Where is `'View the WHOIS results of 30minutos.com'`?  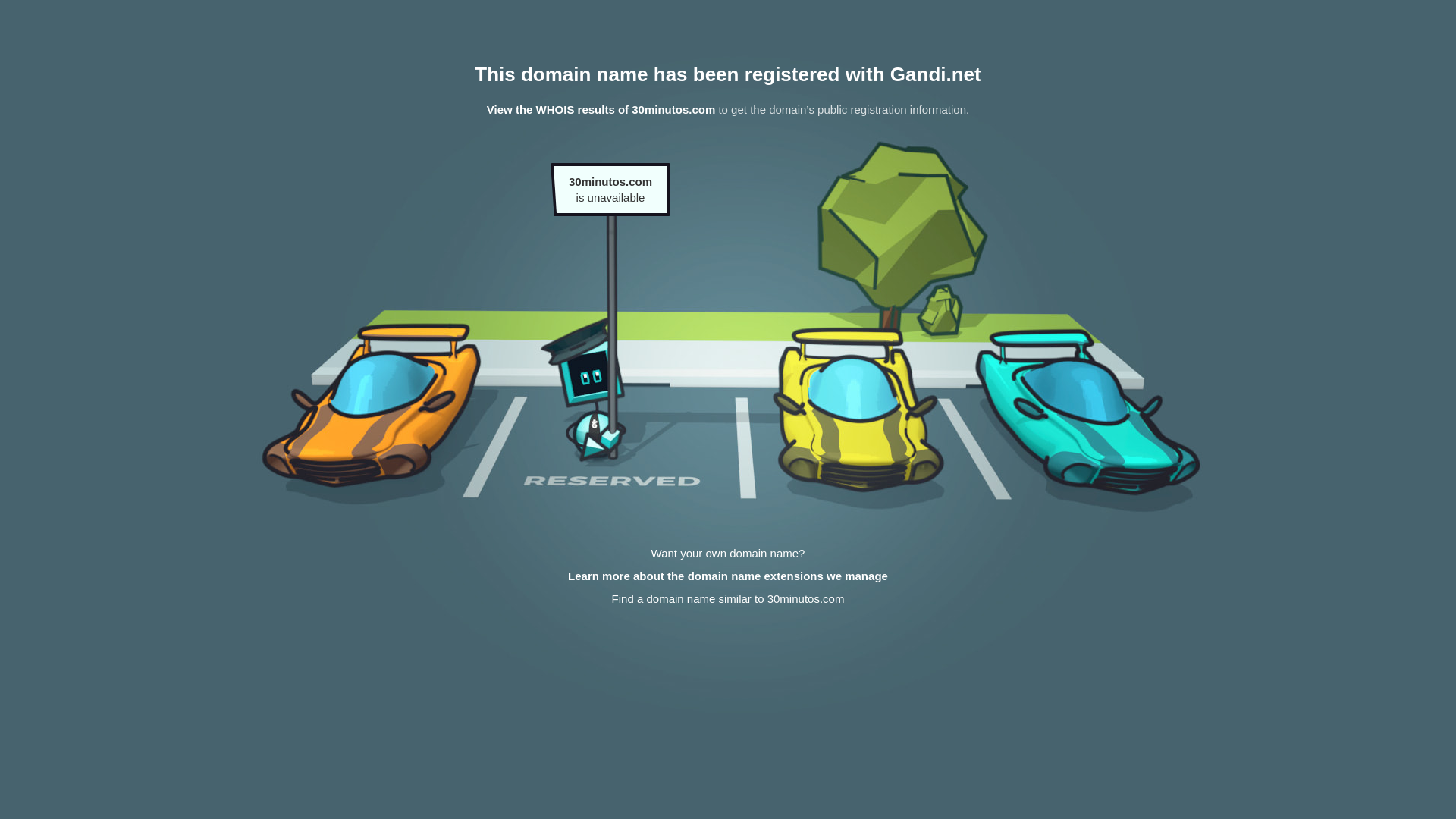 'View the WHOIS results of 30minutos.com' is located at coordinates (487, 108).